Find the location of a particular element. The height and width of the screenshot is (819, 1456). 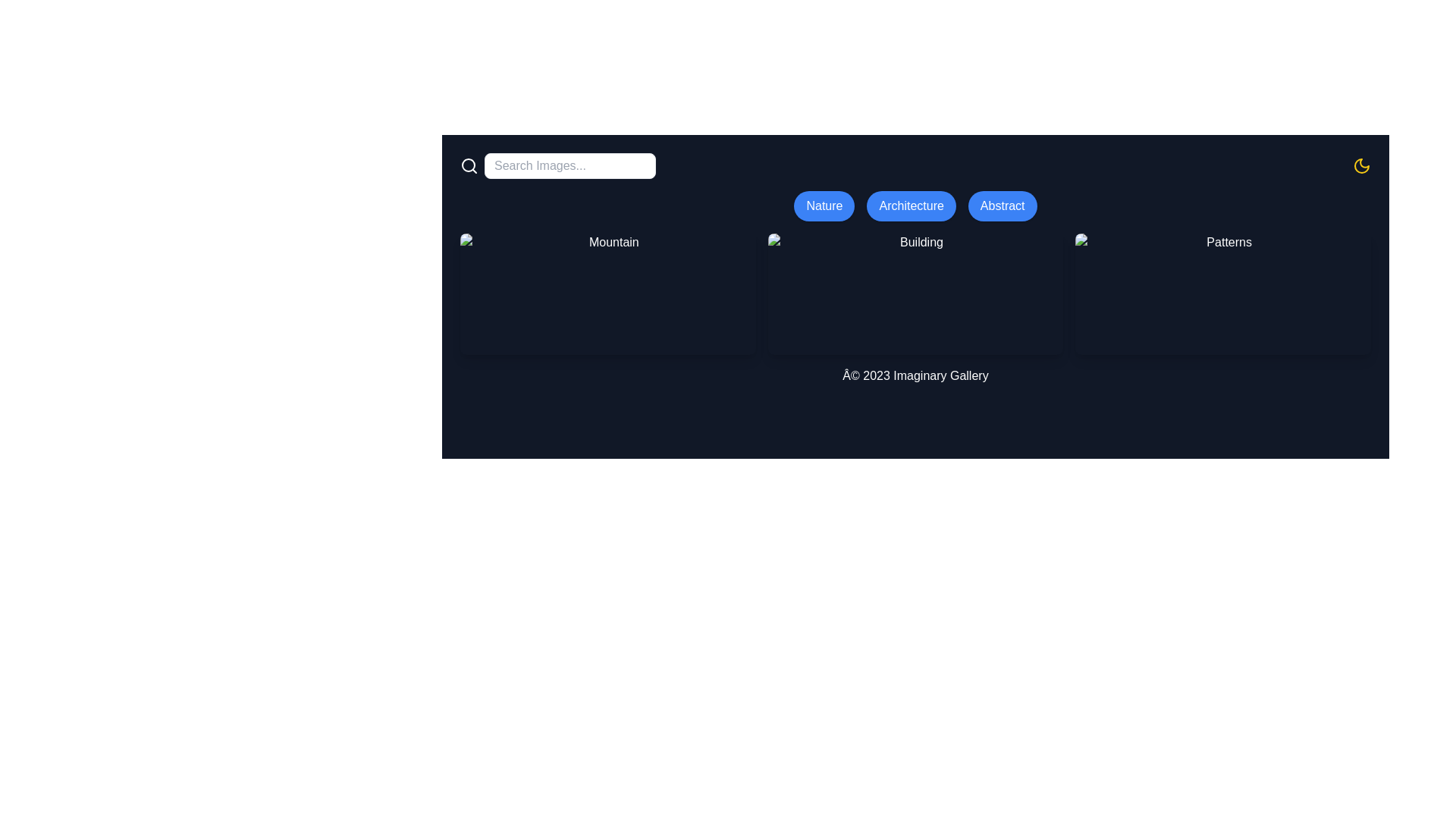

the icon button located at the far right of the header, which toggles between light and dark themes is located at coordinates (1361, 166).